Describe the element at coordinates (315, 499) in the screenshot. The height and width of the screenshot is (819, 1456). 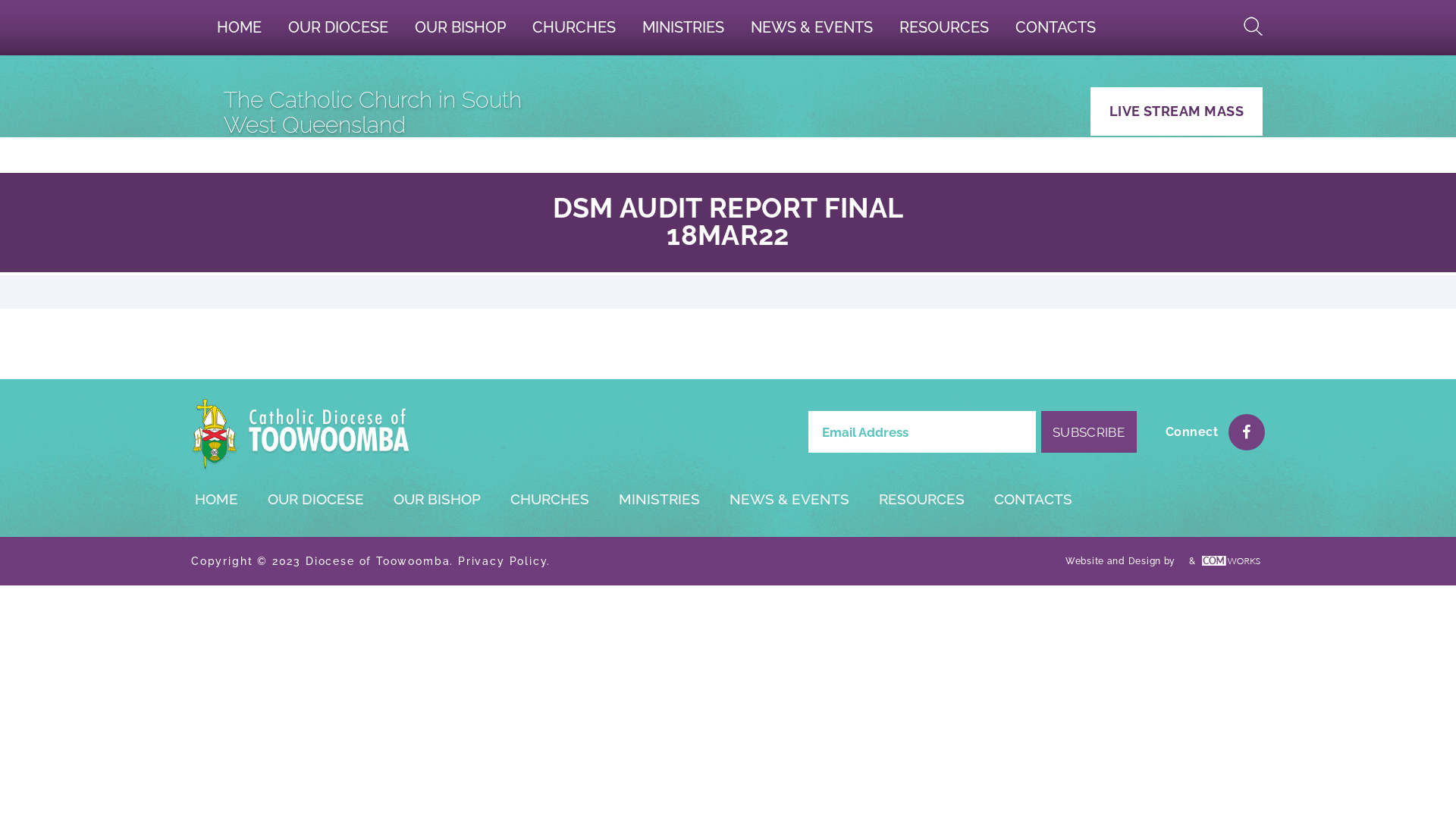
I see `'OUR DIOCESE'` at that location.